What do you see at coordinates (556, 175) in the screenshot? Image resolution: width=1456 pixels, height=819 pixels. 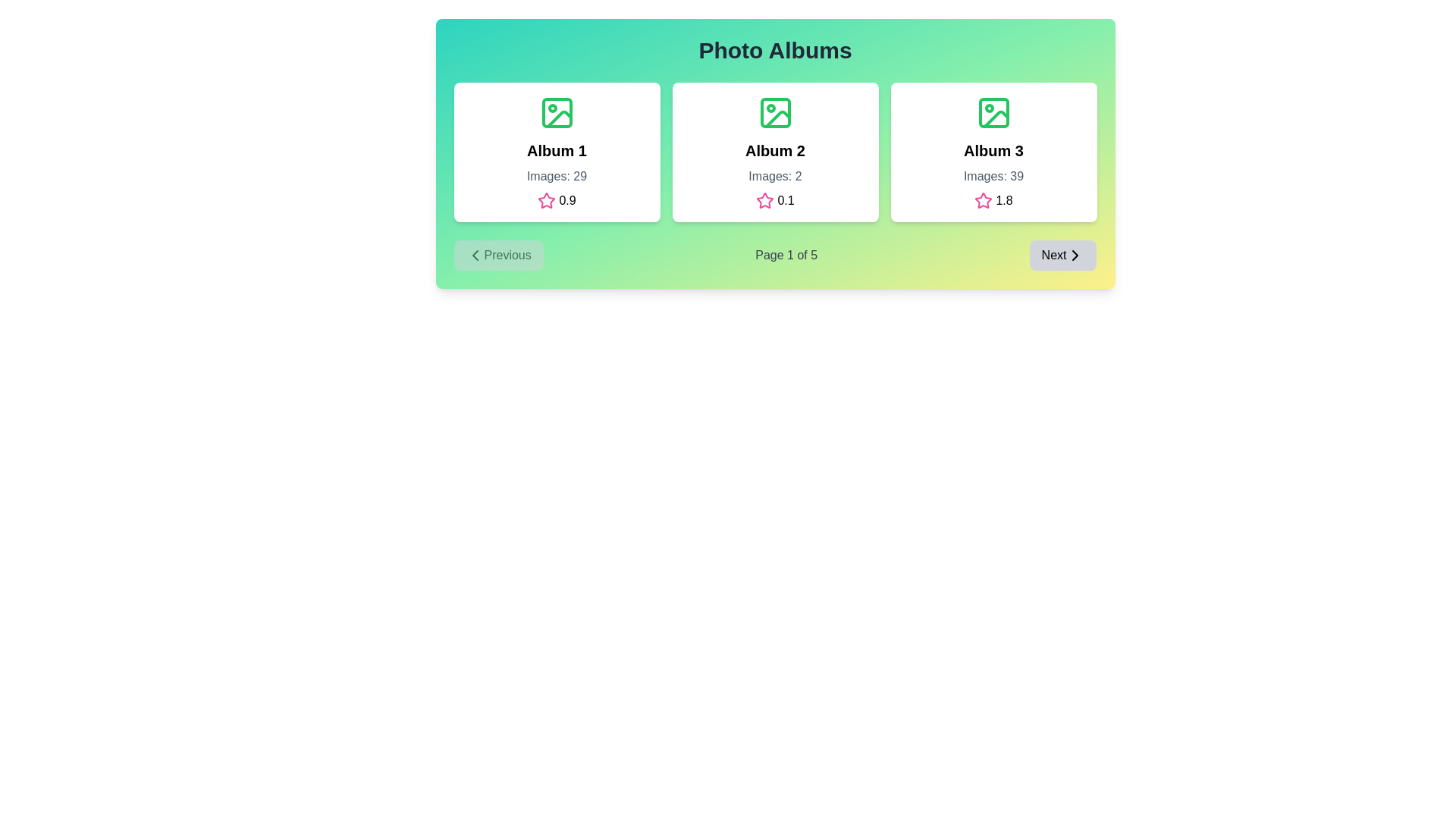 I see `the static text label that displays the number of images available in the album, positioned beneath the 'Album 1' title within the leftmost card of the interface` at bounding box center [556, 175].